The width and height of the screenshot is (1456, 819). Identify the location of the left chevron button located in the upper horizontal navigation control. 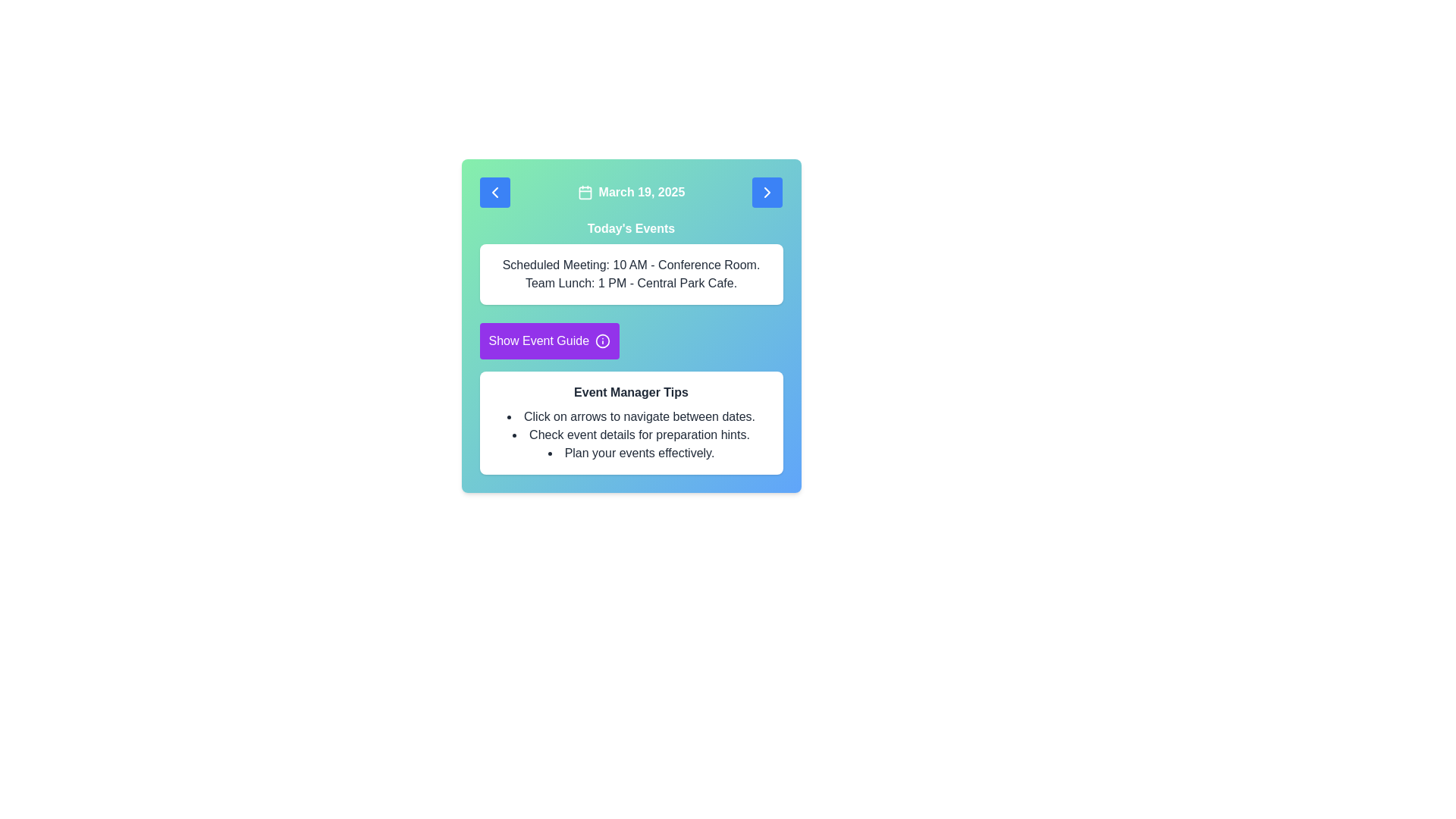
(494, 192).